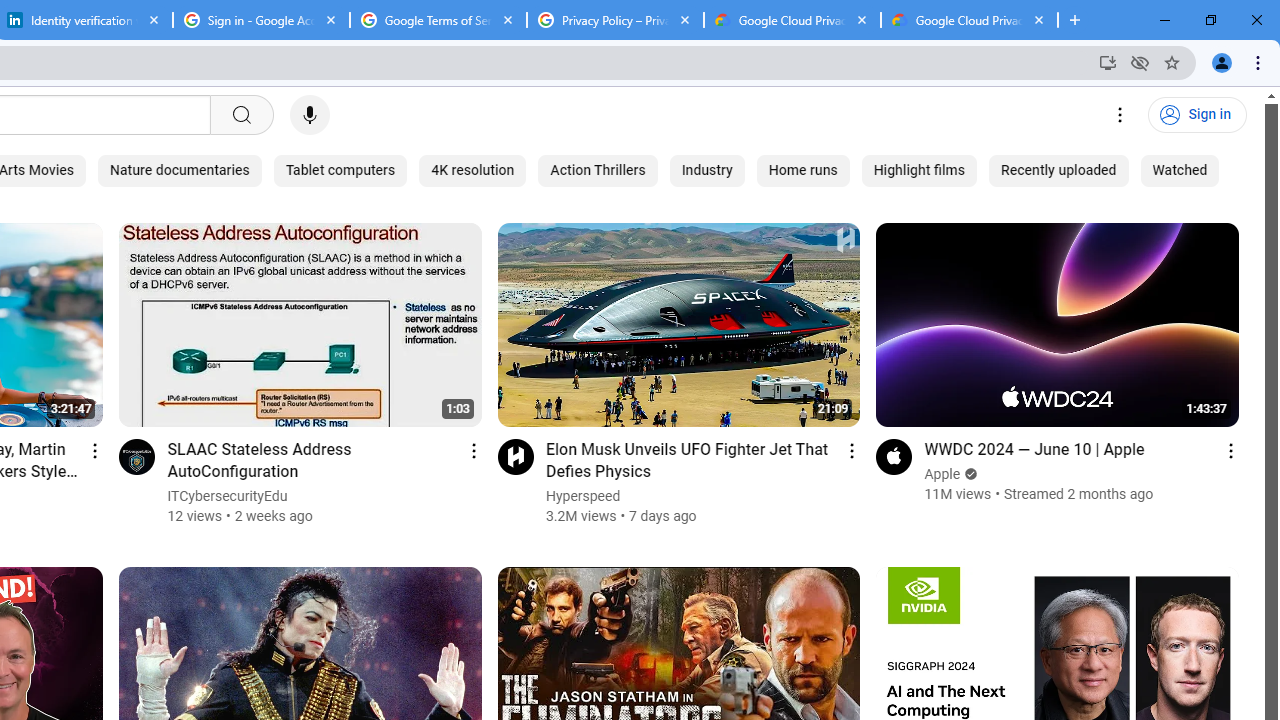 The width and height of the screenshot is (1280, 720). Describe the element at coordinates (471, 170) in the screenshot. I see `'4K resolution'` at that location.